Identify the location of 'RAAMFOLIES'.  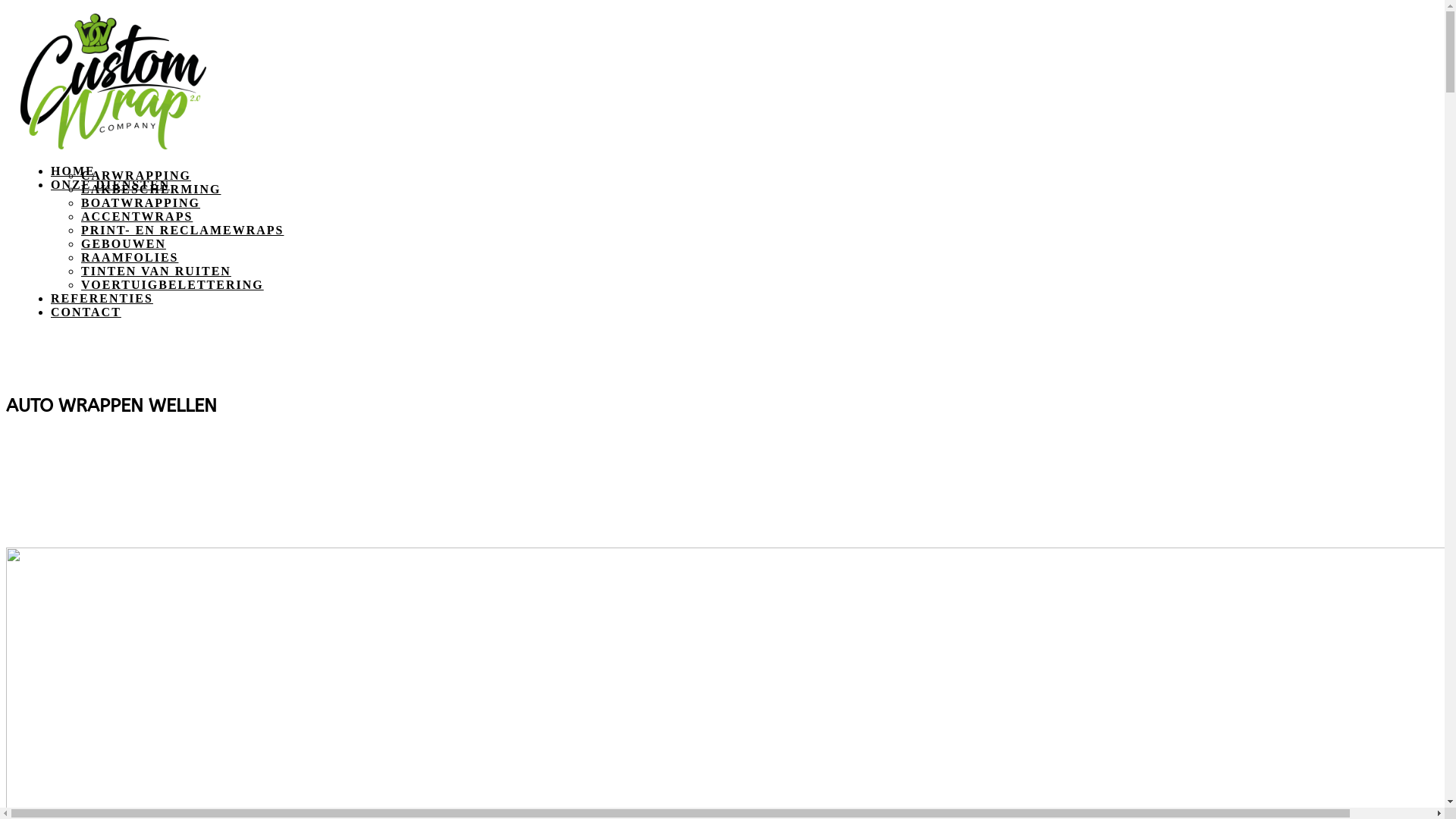
(130, 256).